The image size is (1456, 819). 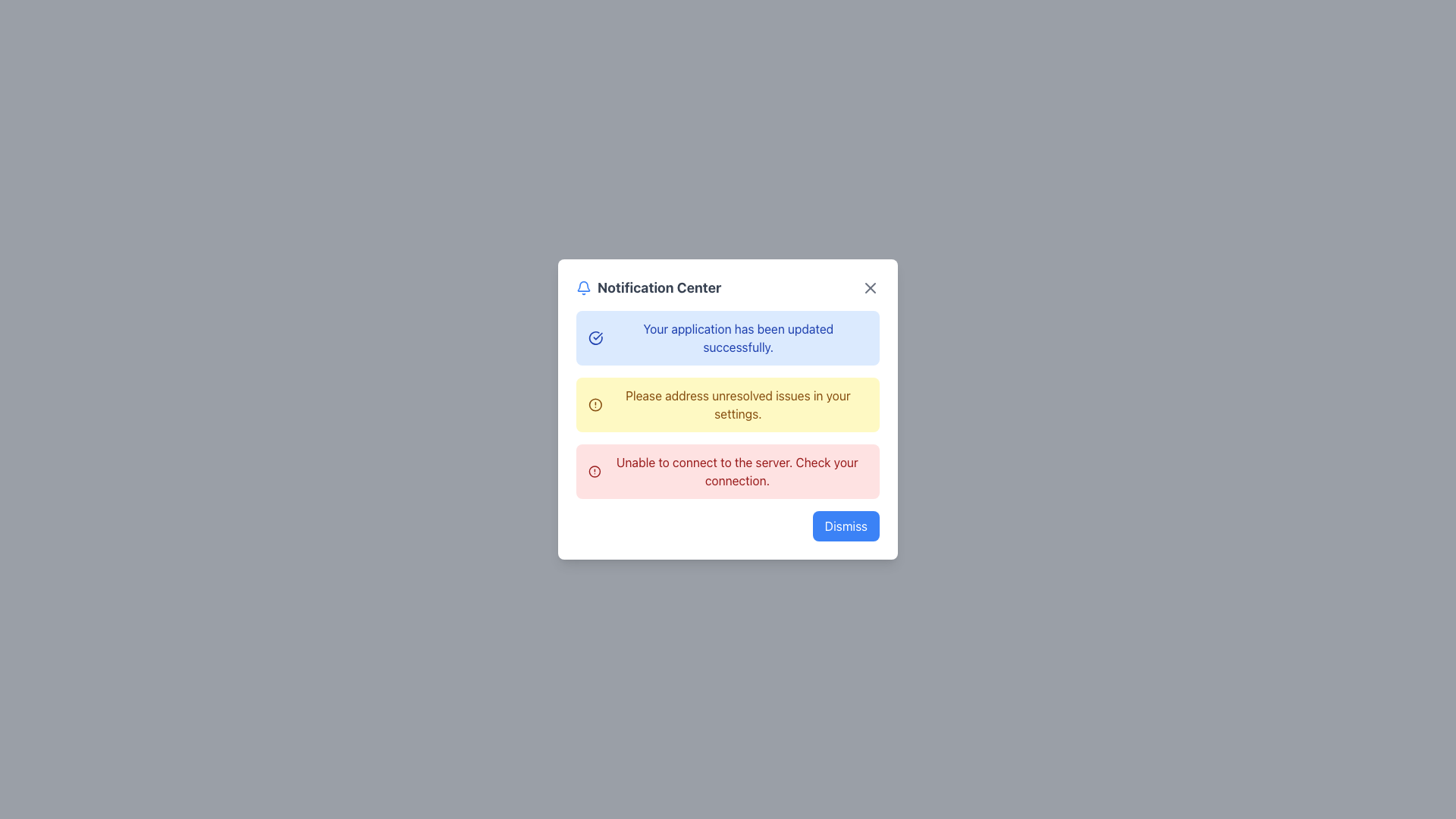 What do you see at coordinates (870, 288) in the screenshot?
I see `the Close Button located in the top-right corner of the notification modal` at bounding box center [870, 288].